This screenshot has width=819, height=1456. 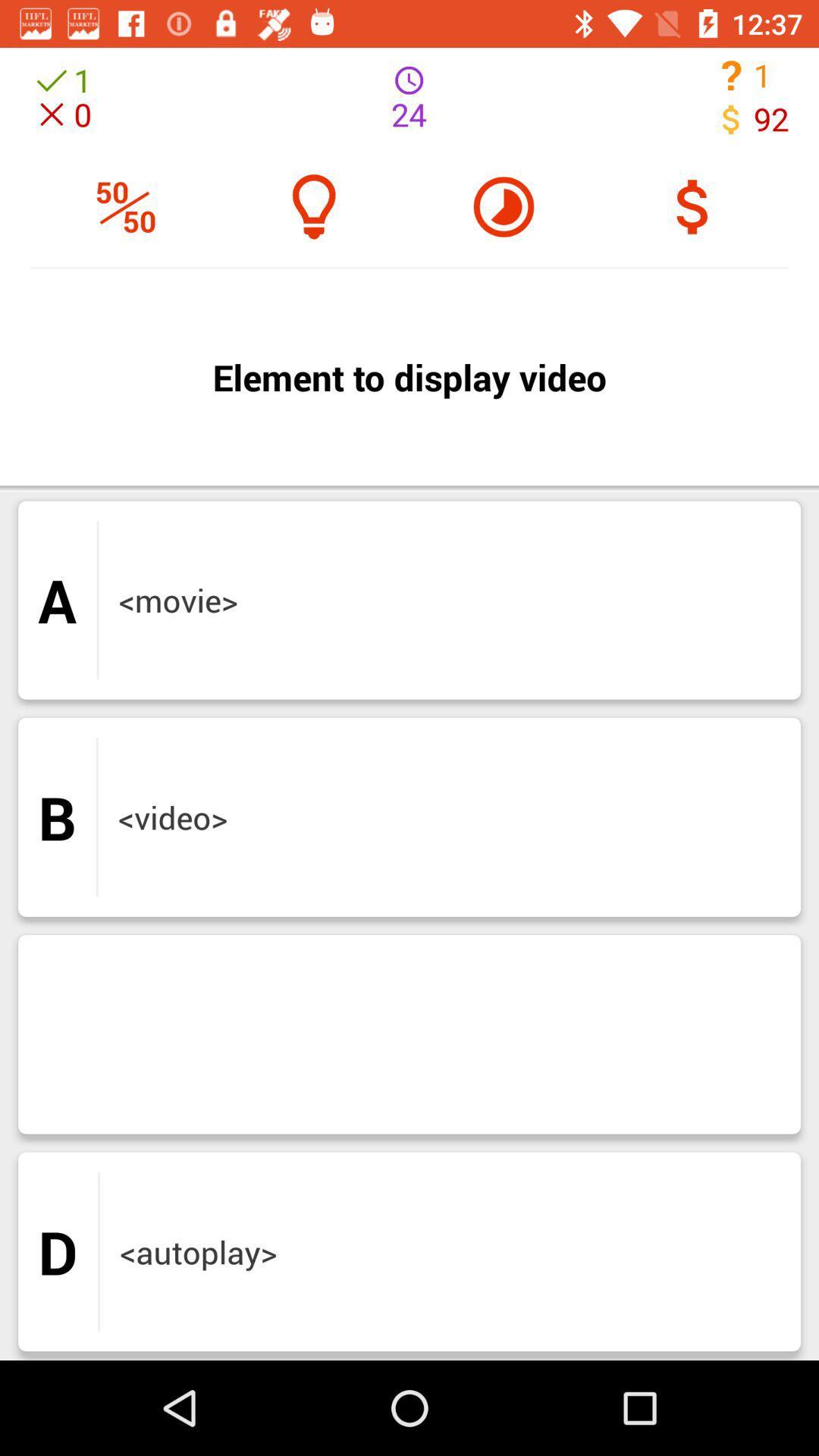 What do you see at coordinates (313, 206) in the screenshot?
I see `the microphone icon` at bounding box center [313, 206].